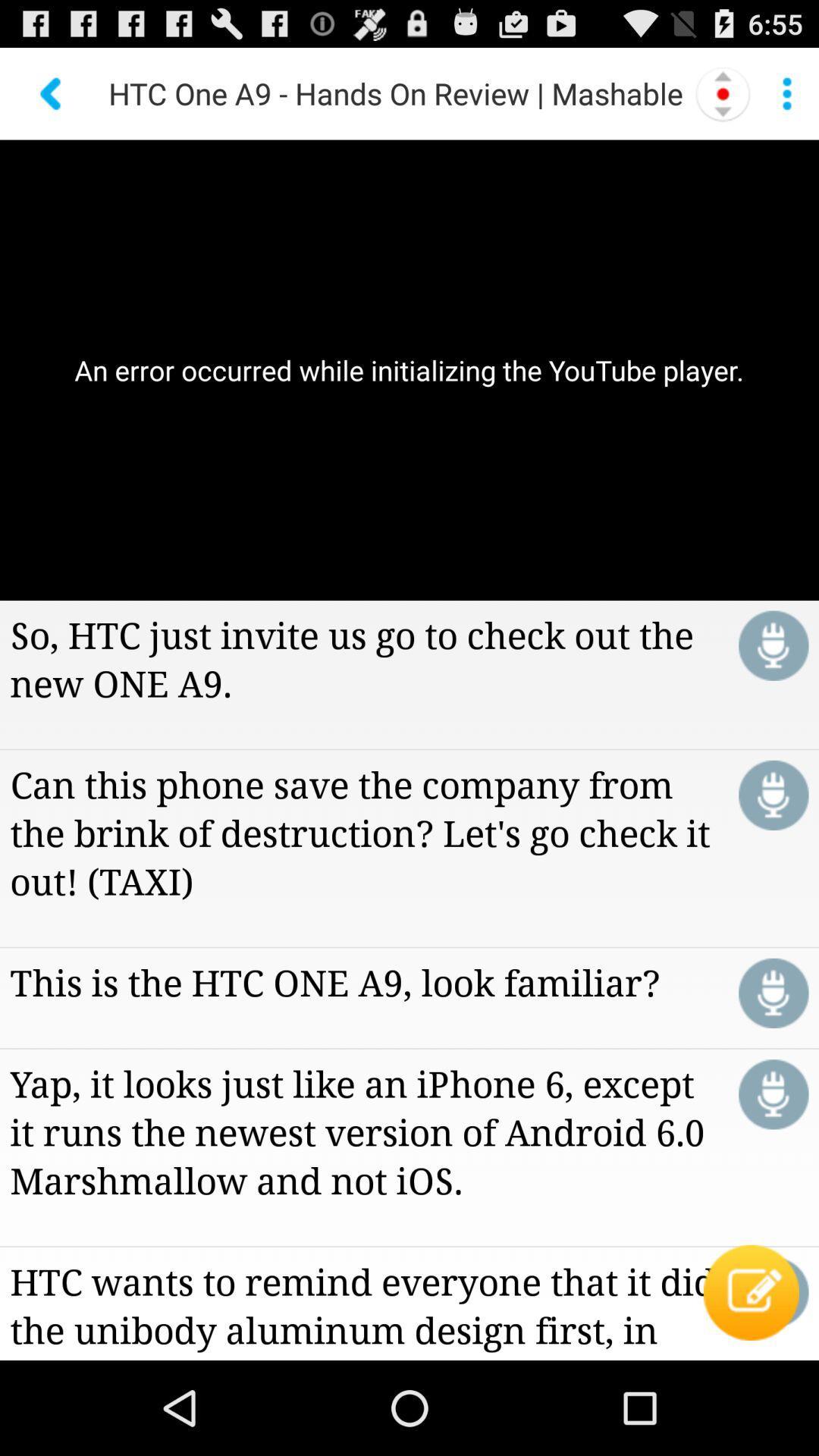 The image size is (819, 1456). I want to click on the more icon, so click(722, 99).